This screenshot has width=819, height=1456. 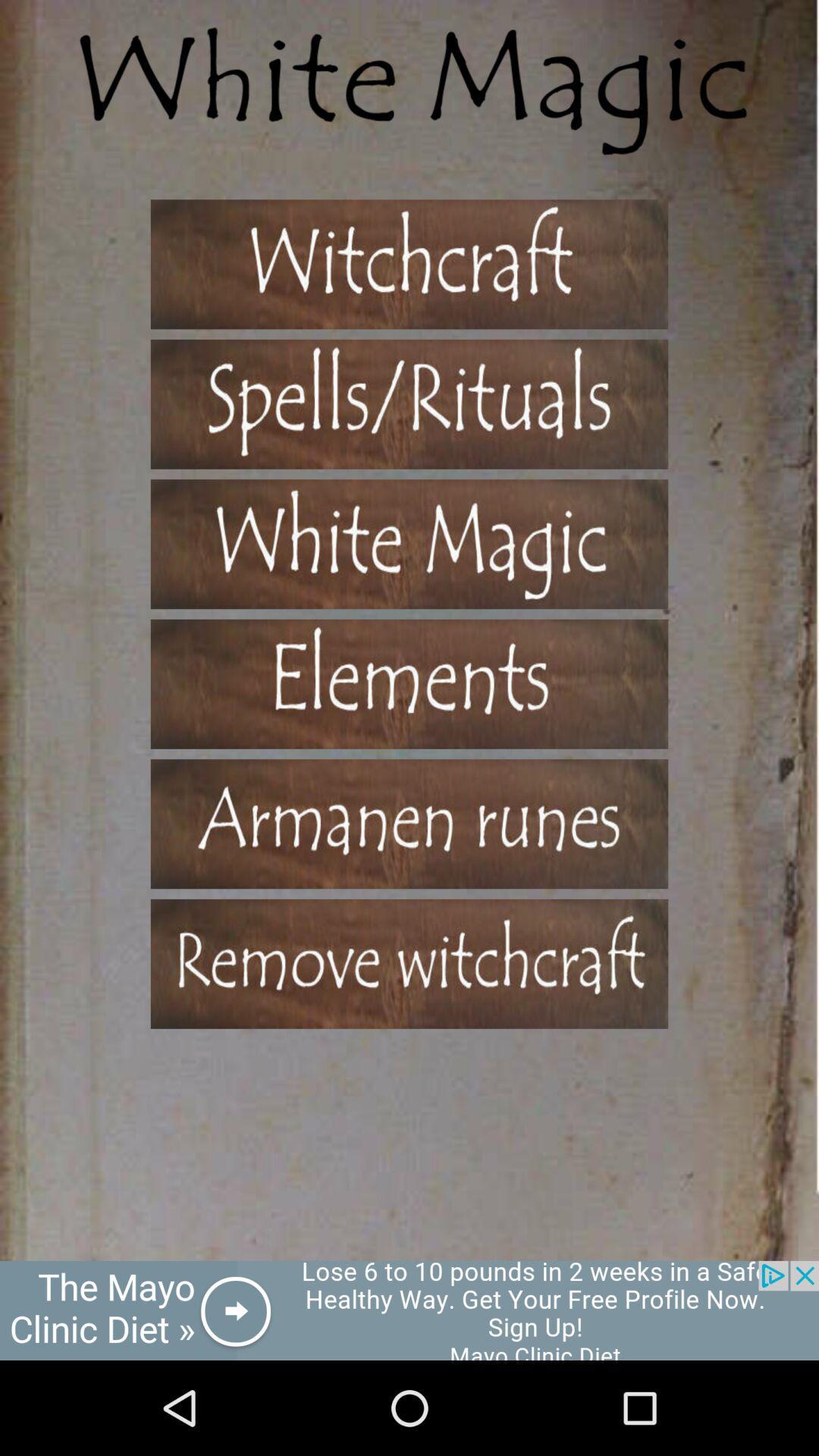 What do you see at coordinates (409, 544) in the screenshot?
I see `white magic` at bounding box center [409, 544].